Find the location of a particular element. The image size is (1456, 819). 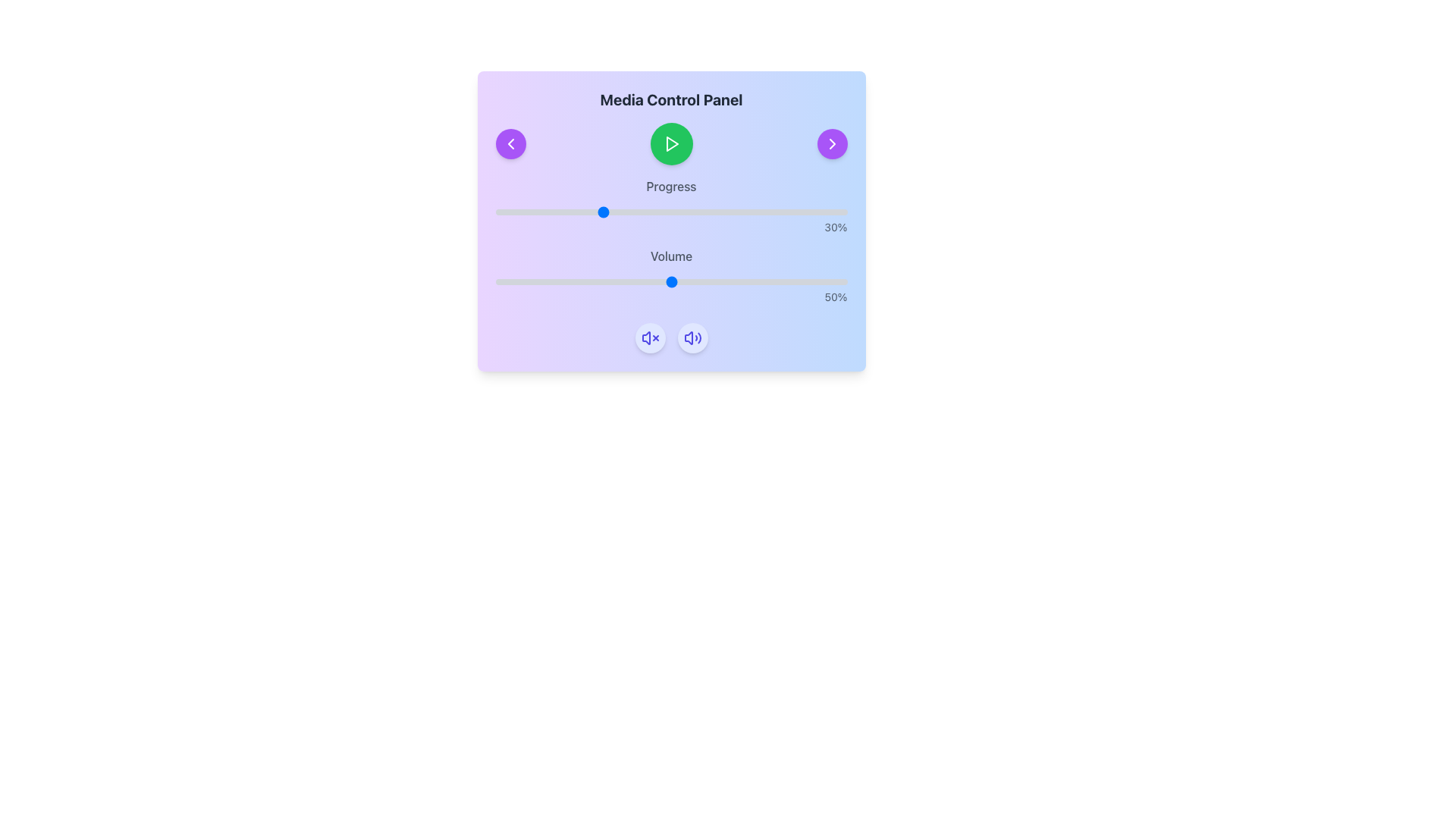

the circular mute button with a light indigo background and a crossed out speaker icon located at the bottom section of the media control panel to mute or unmute is located at coordinates (650, 337).